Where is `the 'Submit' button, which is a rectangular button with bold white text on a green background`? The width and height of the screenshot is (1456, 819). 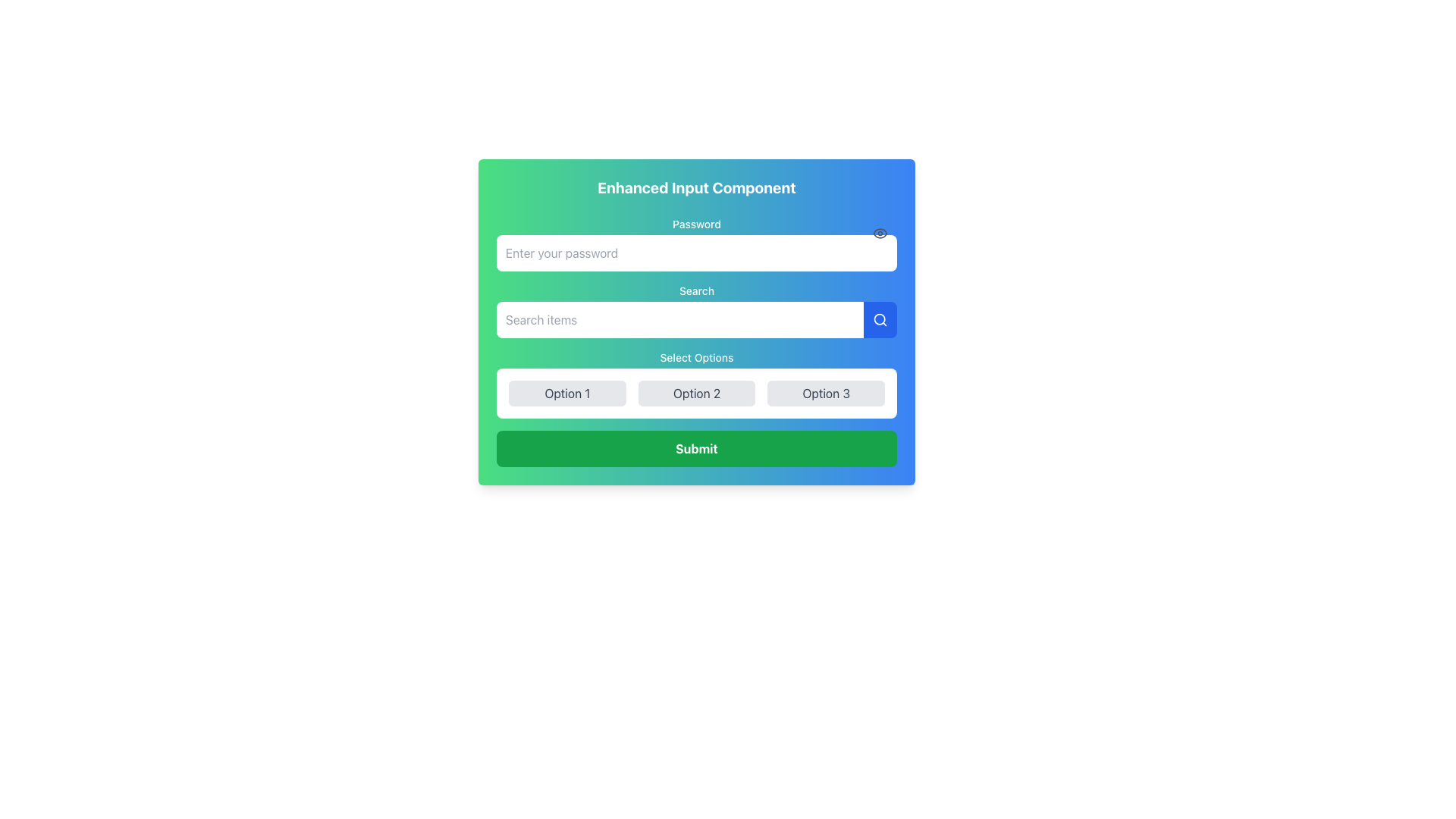
the 'Submit' button, which is a rectangular button with bold white text on a green background is located at coordinates (695, 447).